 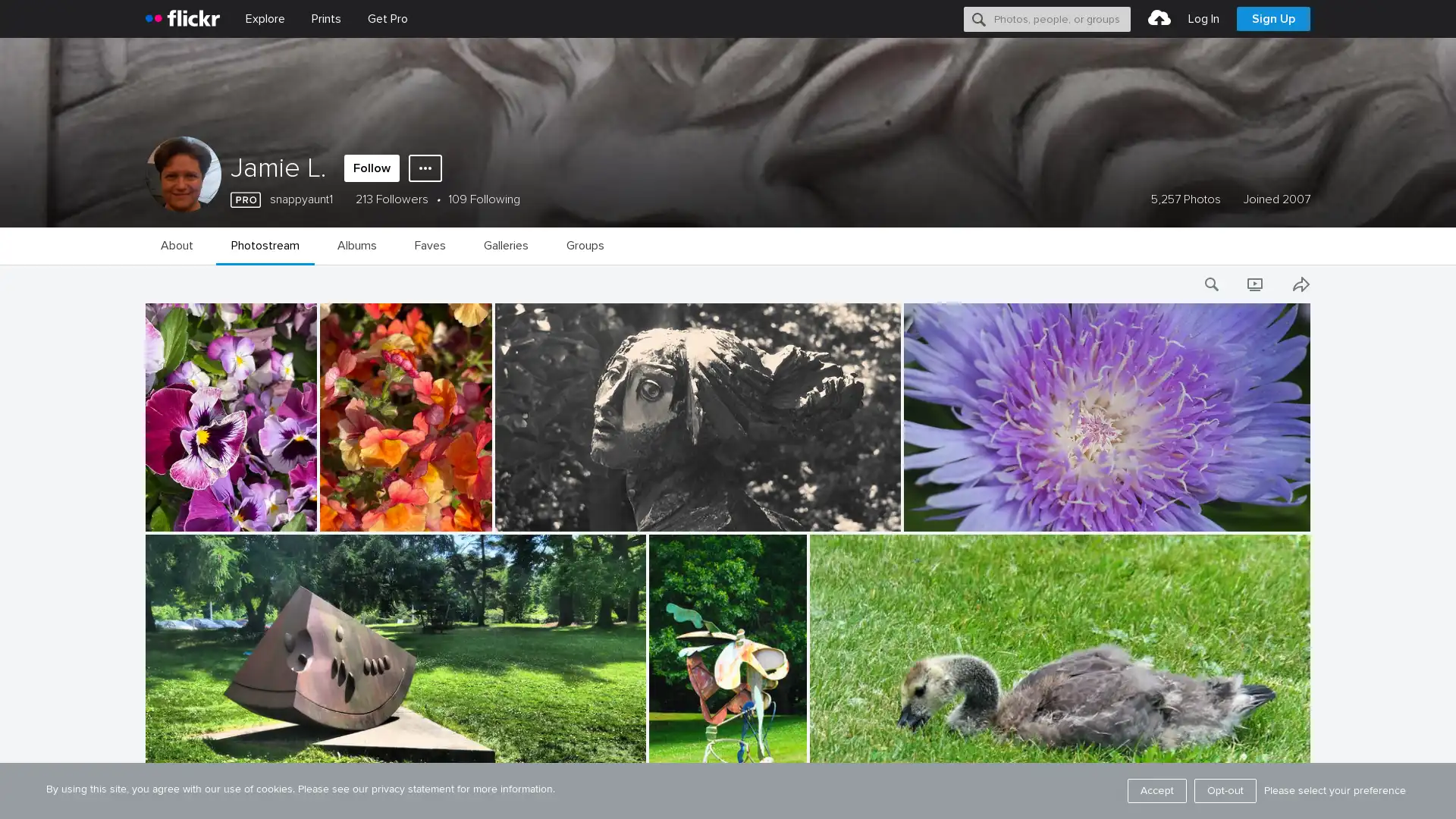 What do you see at coordinates (454, 517) in the screenshot?
I see `Add to Favorites` at bounding box center [454, 517].